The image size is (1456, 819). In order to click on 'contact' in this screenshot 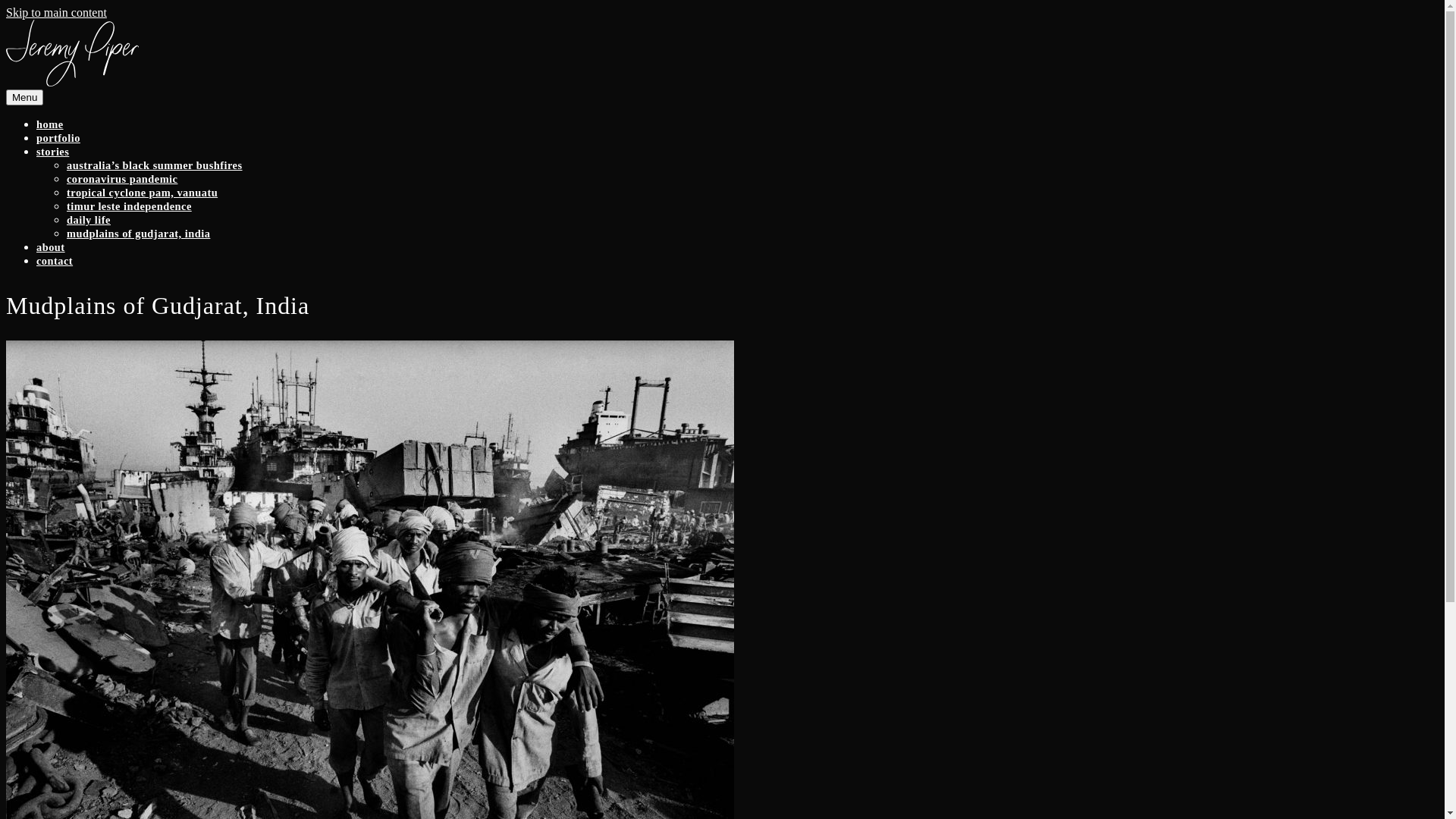, I will do `click(55, 259)`.